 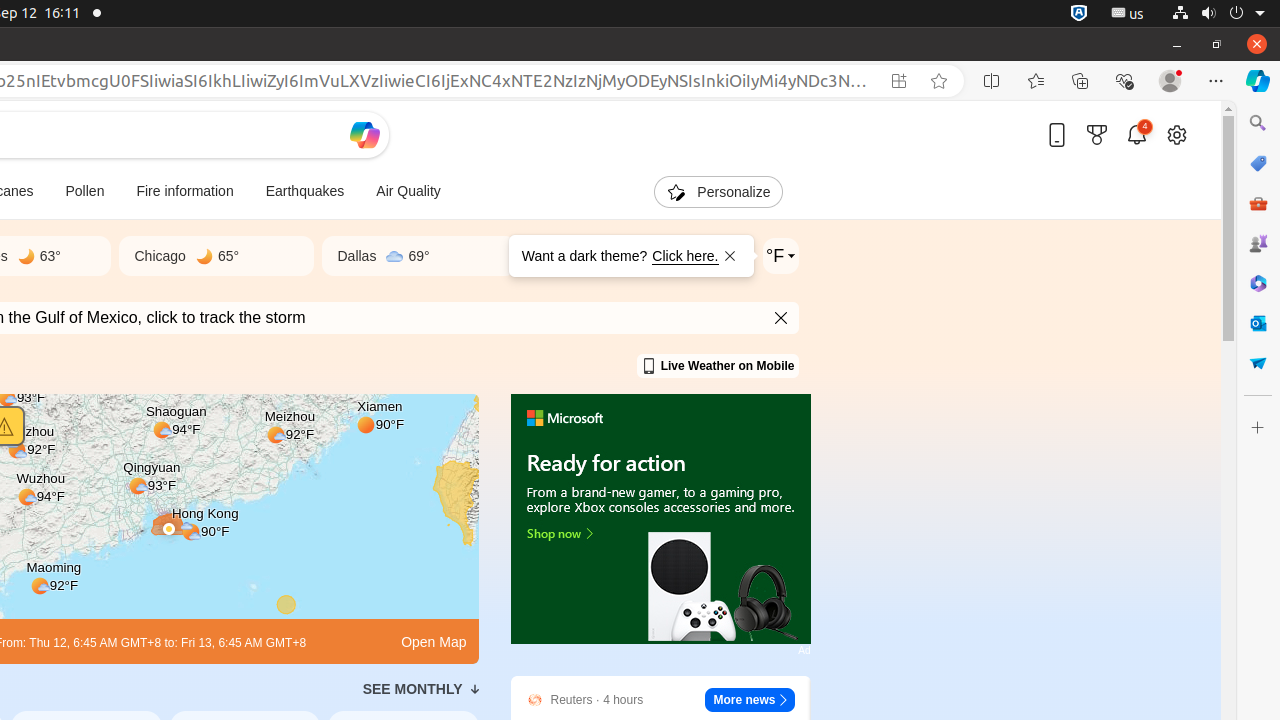 What do you see at coordinates (184, 192) in the screenshot?
I see `'Fire information'` at bounding box center [184, 192].